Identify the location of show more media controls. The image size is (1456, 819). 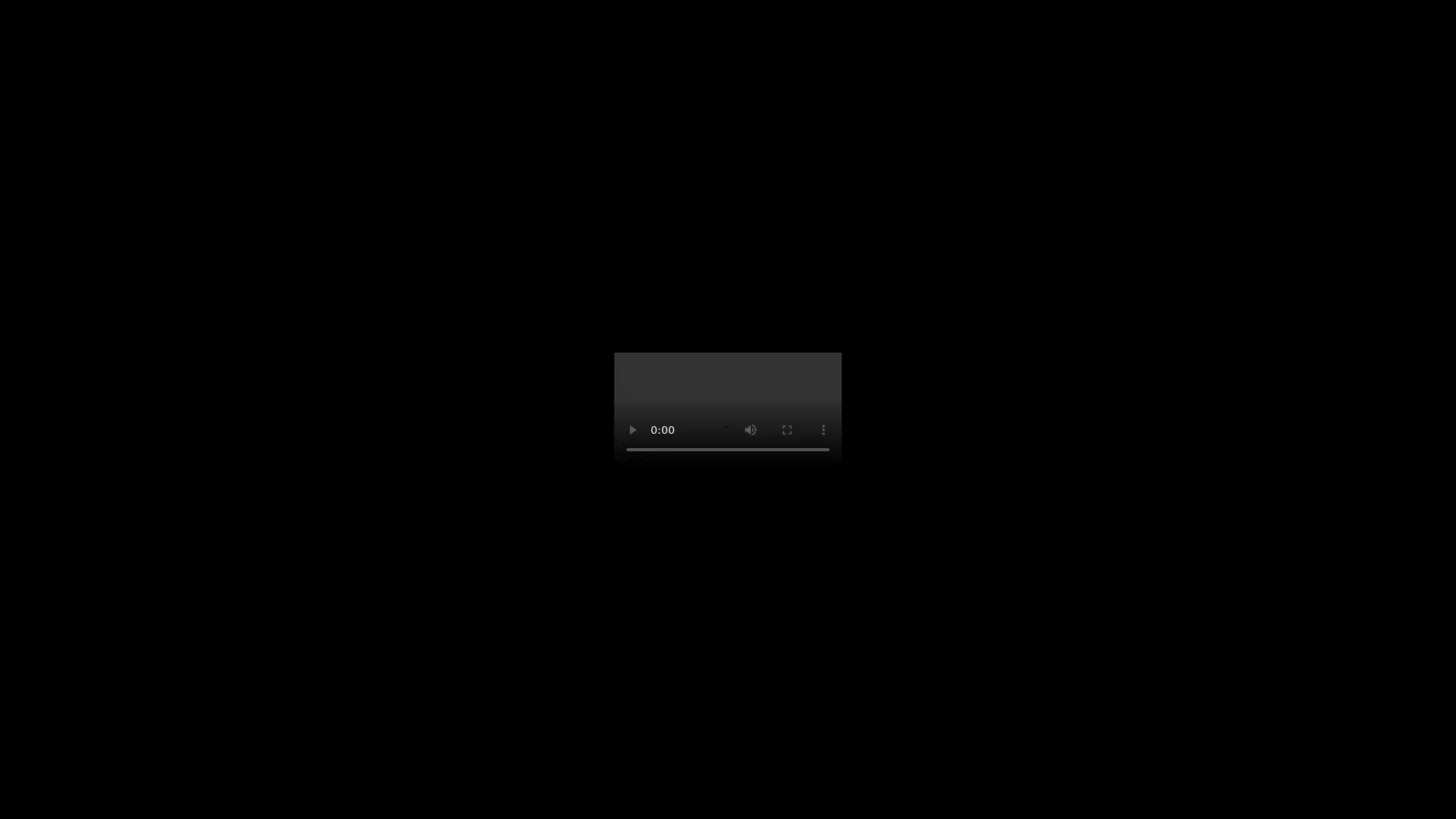
(822, 430).